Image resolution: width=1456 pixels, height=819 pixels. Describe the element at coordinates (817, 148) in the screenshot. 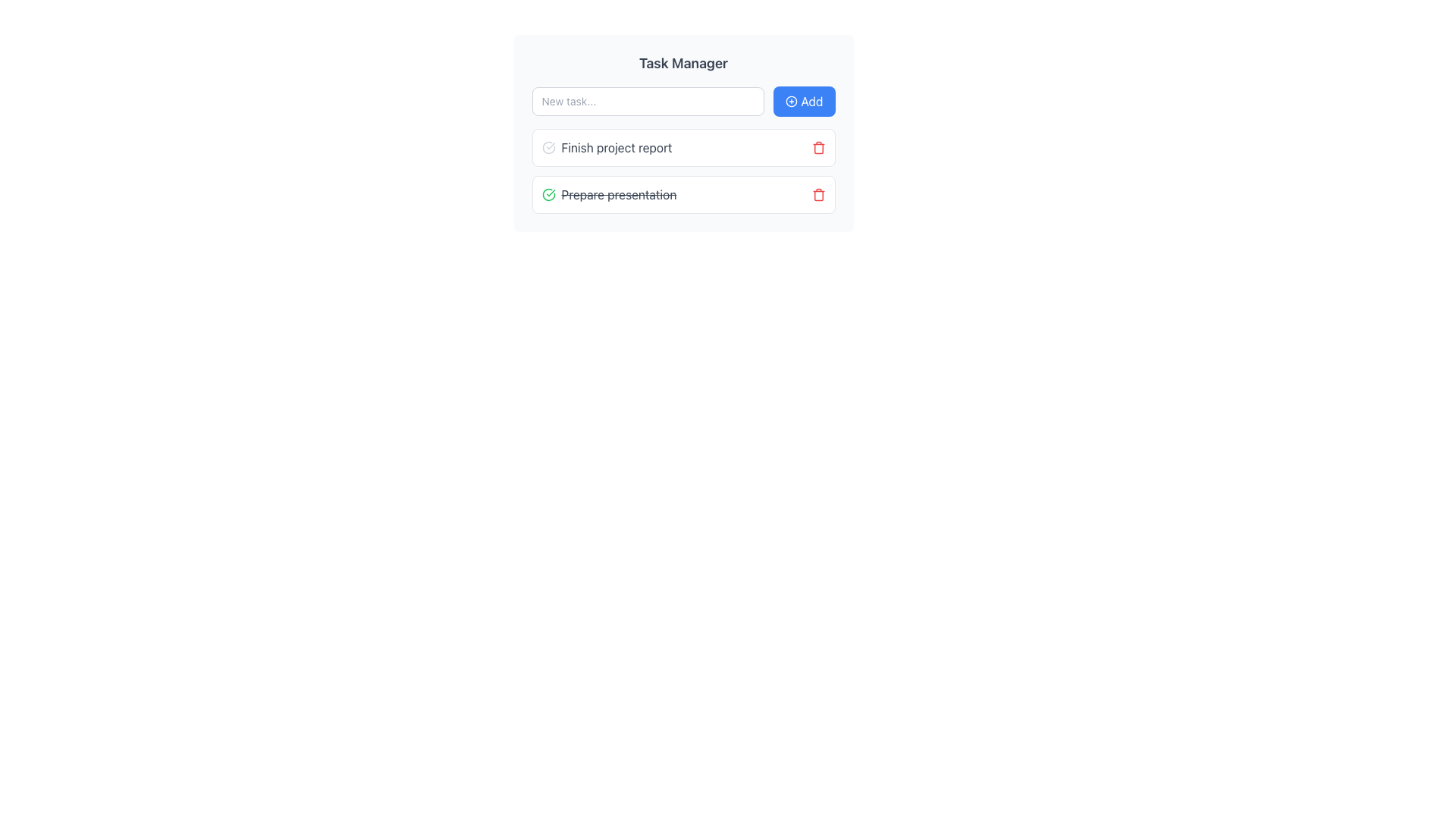

I see `the delete button located at the far right of the task entry labeled 'Finish project report'` at that location.